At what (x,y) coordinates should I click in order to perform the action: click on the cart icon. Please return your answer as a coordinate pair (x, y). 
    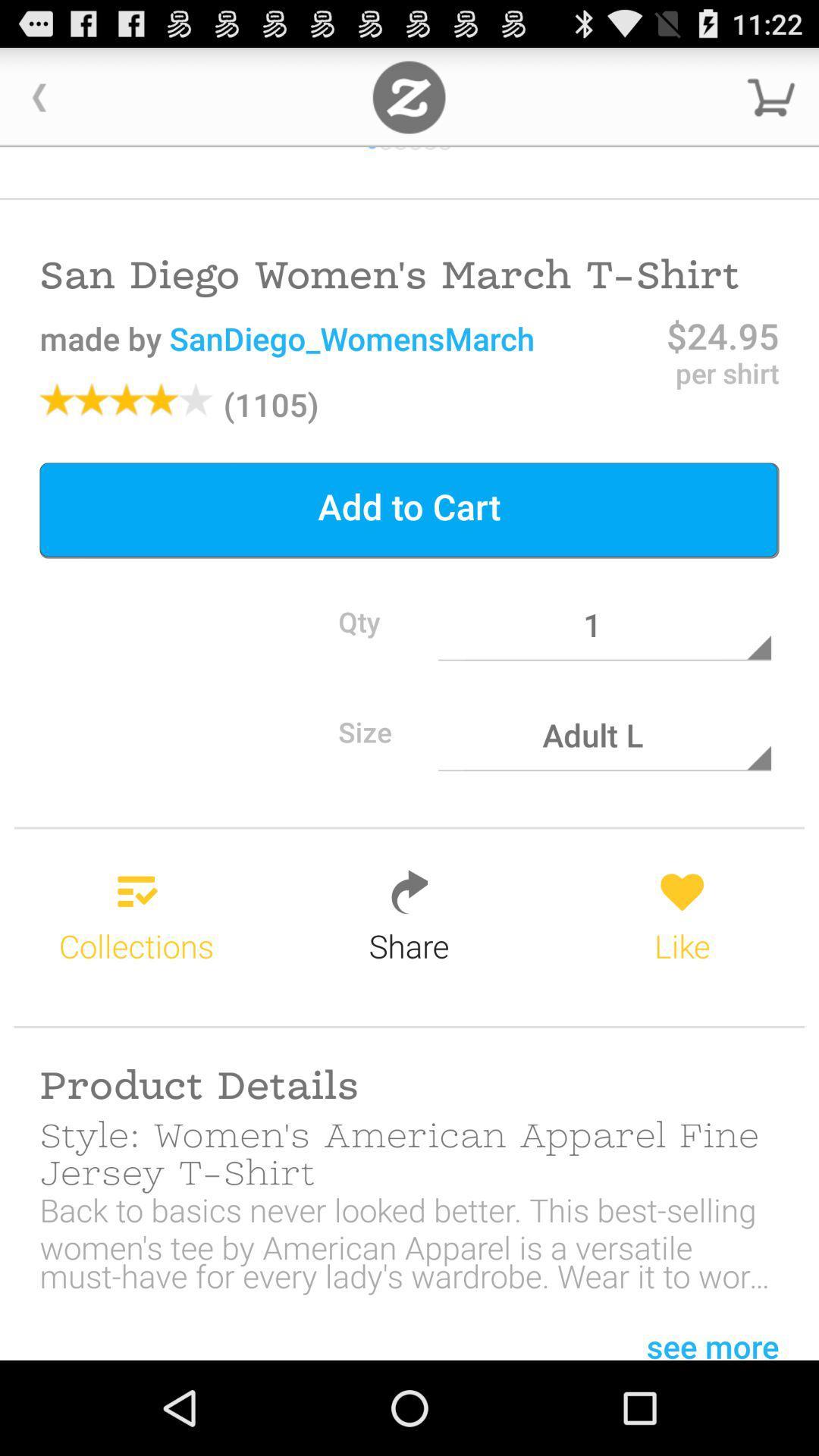
    Looking at the image, I should click on (771, 103).